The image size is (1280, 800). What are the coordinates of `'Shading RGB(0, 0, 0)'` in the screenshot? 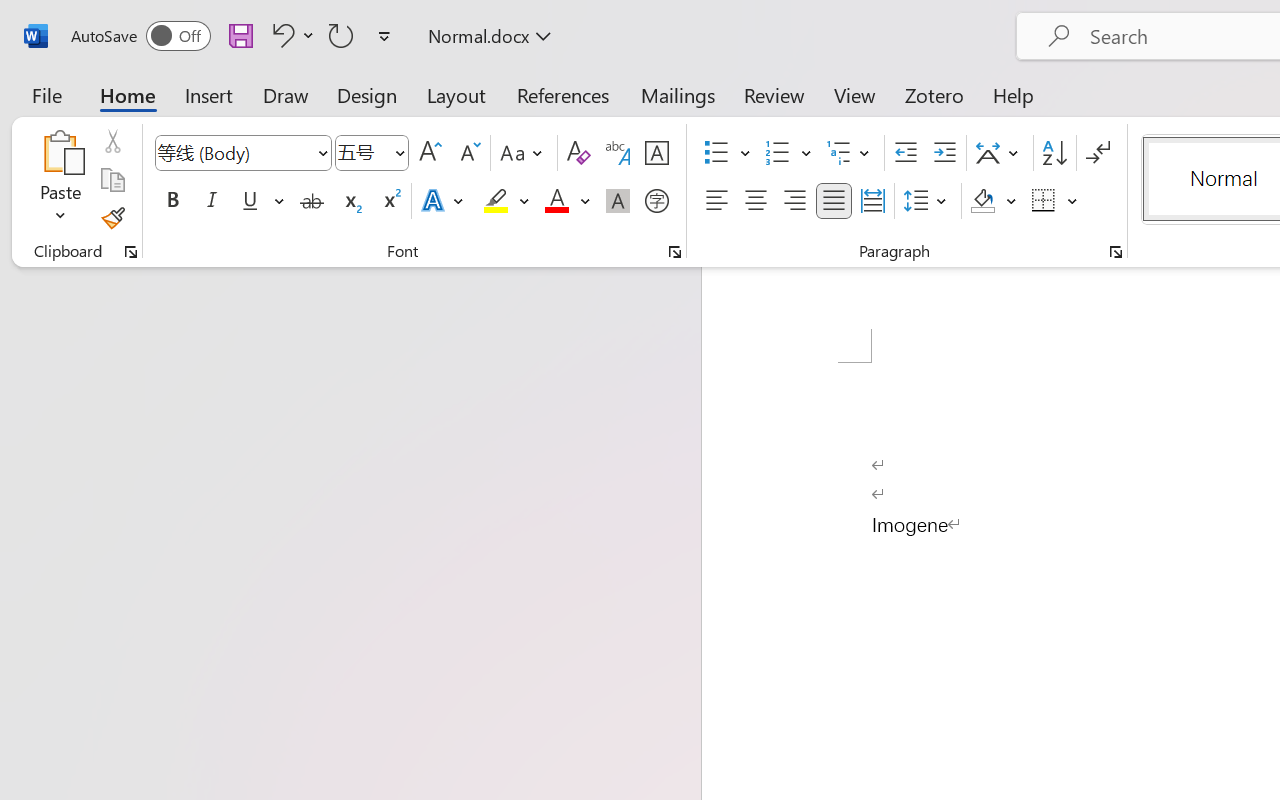 It's located at (983, 201).